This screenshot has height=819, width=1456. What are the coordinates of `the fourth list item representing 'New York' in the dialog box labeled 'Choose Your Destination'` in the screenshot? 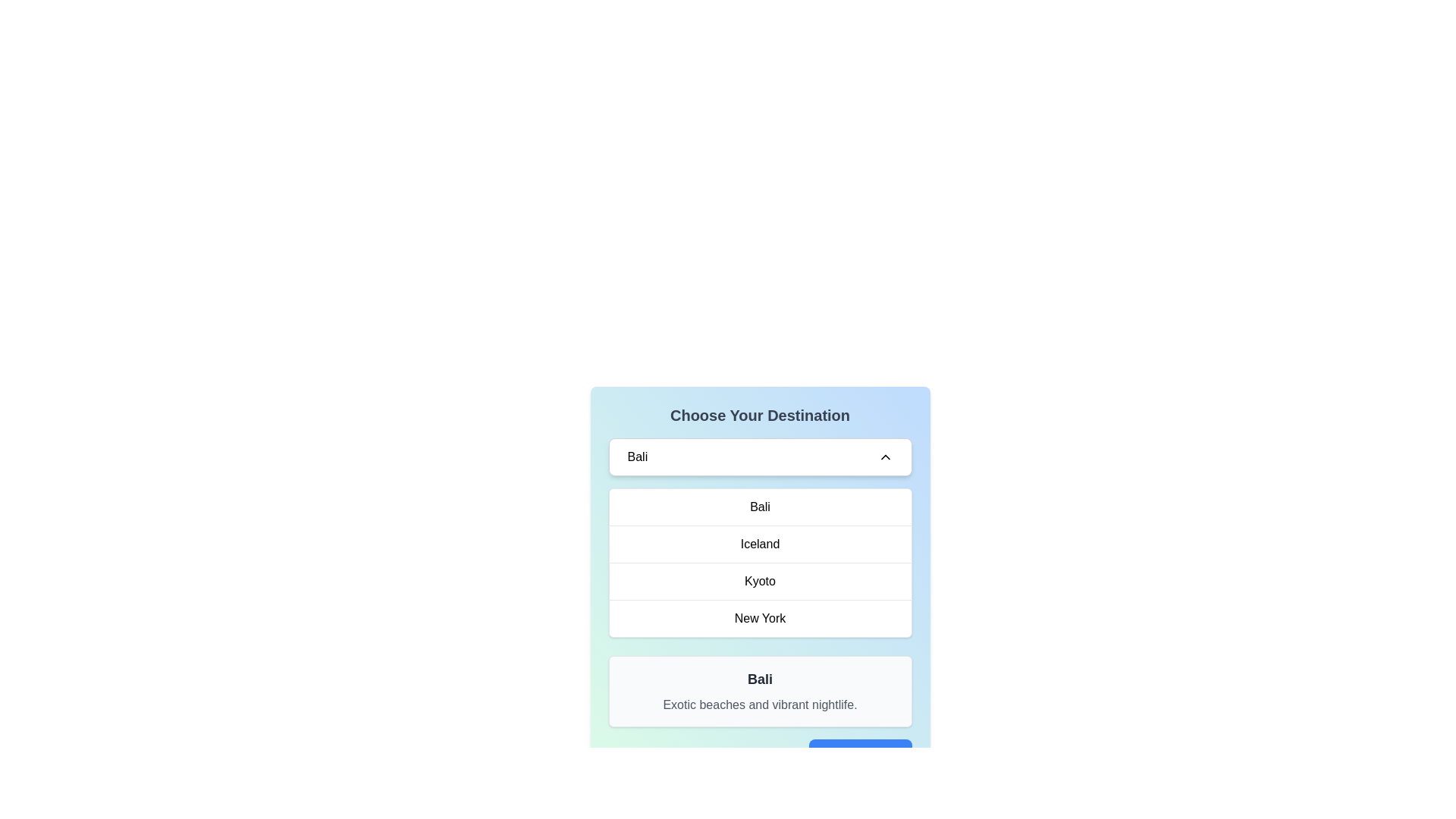 It's located at (760, 618).